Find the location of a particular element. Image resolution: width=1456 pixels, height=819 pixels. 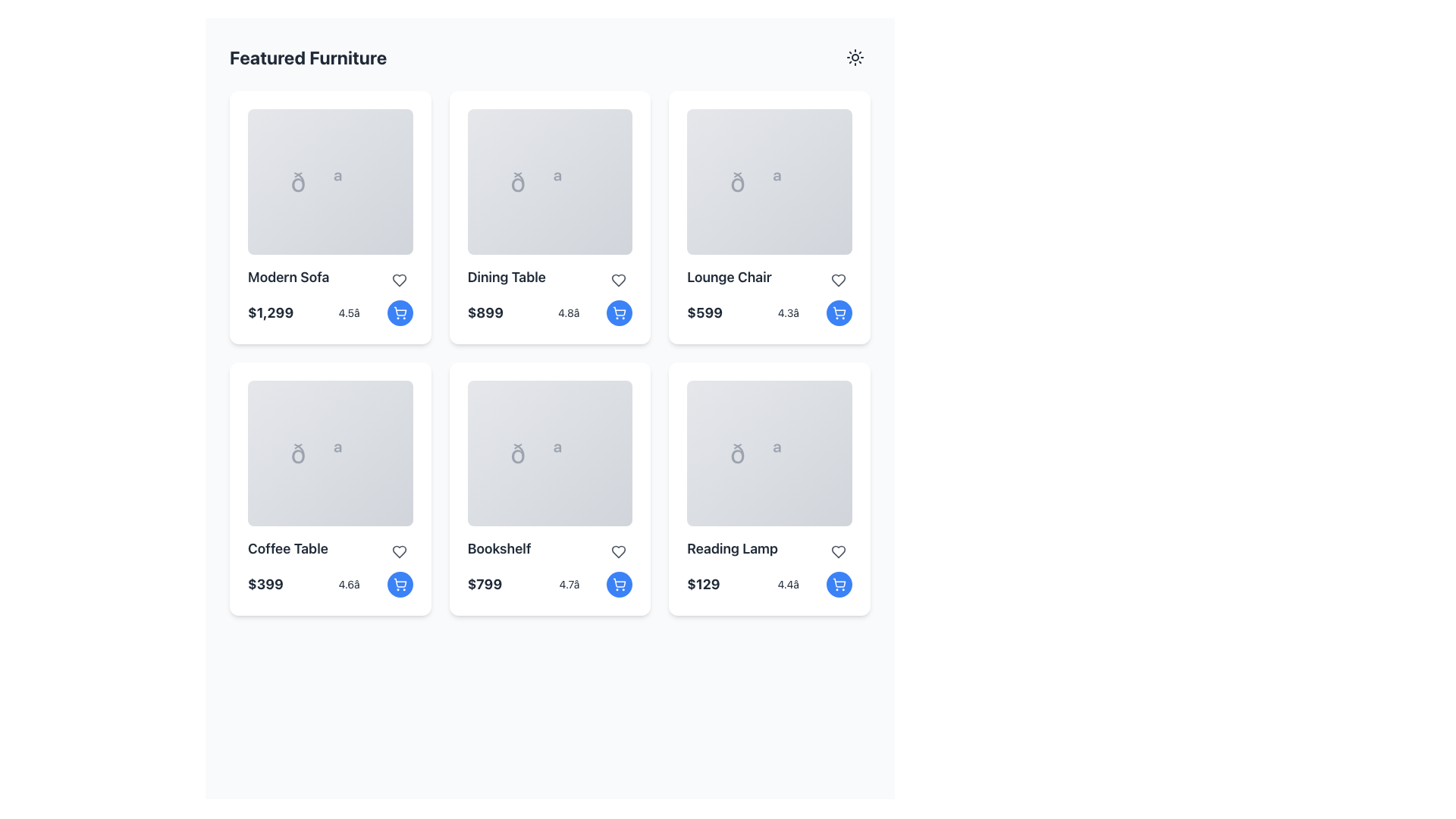

the static text element displaying 'Featured Furniture' in a bold, large font located in the upper-left section of the page above the grid of product cards is located at coordinates (307, 57).